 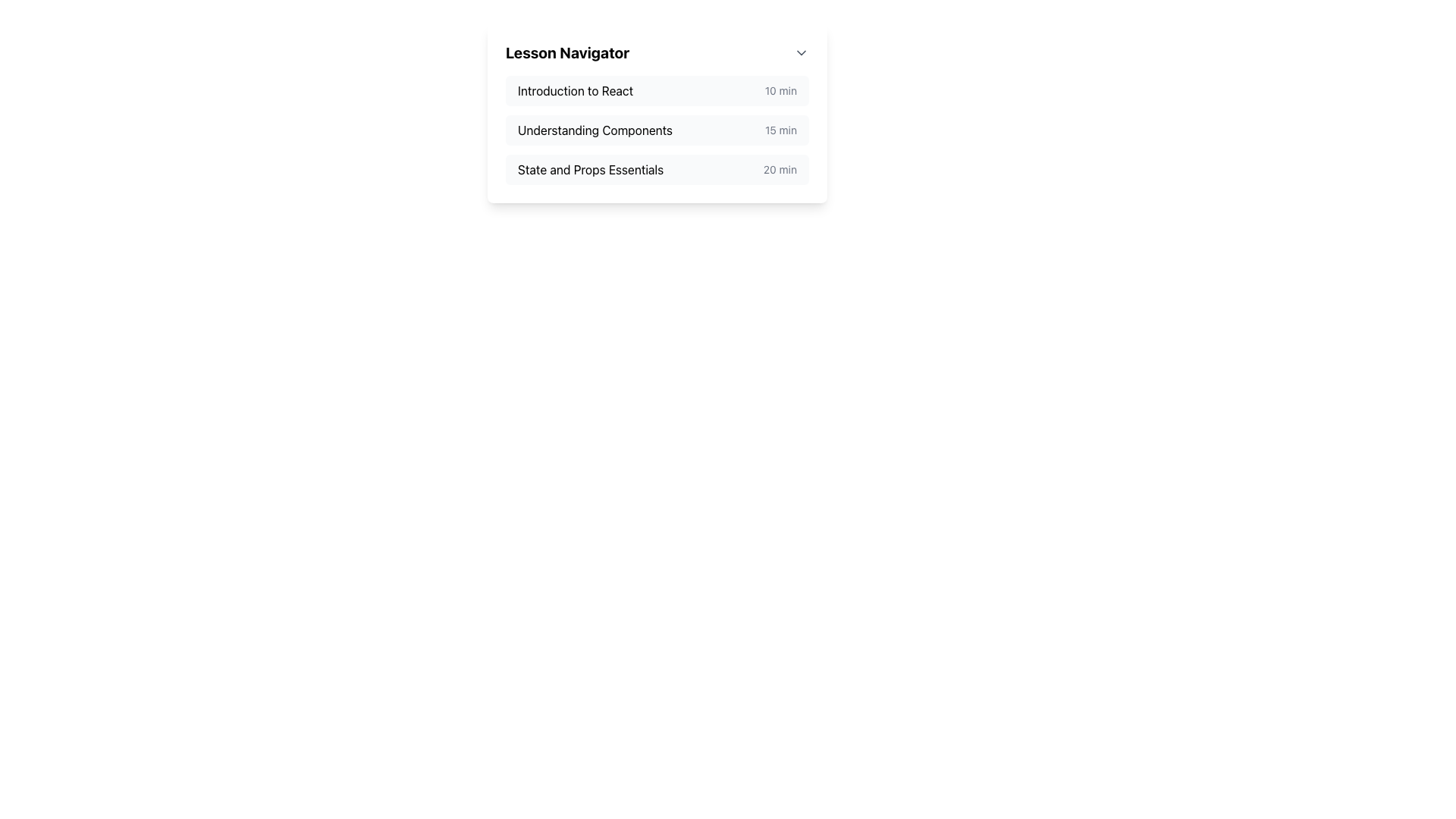 I want to click on the third List item in the vertical list under the 'Lesson Navigator' header, which contains the text 'State and Props Essentials' and '20 min', so click(x=657, y=169).